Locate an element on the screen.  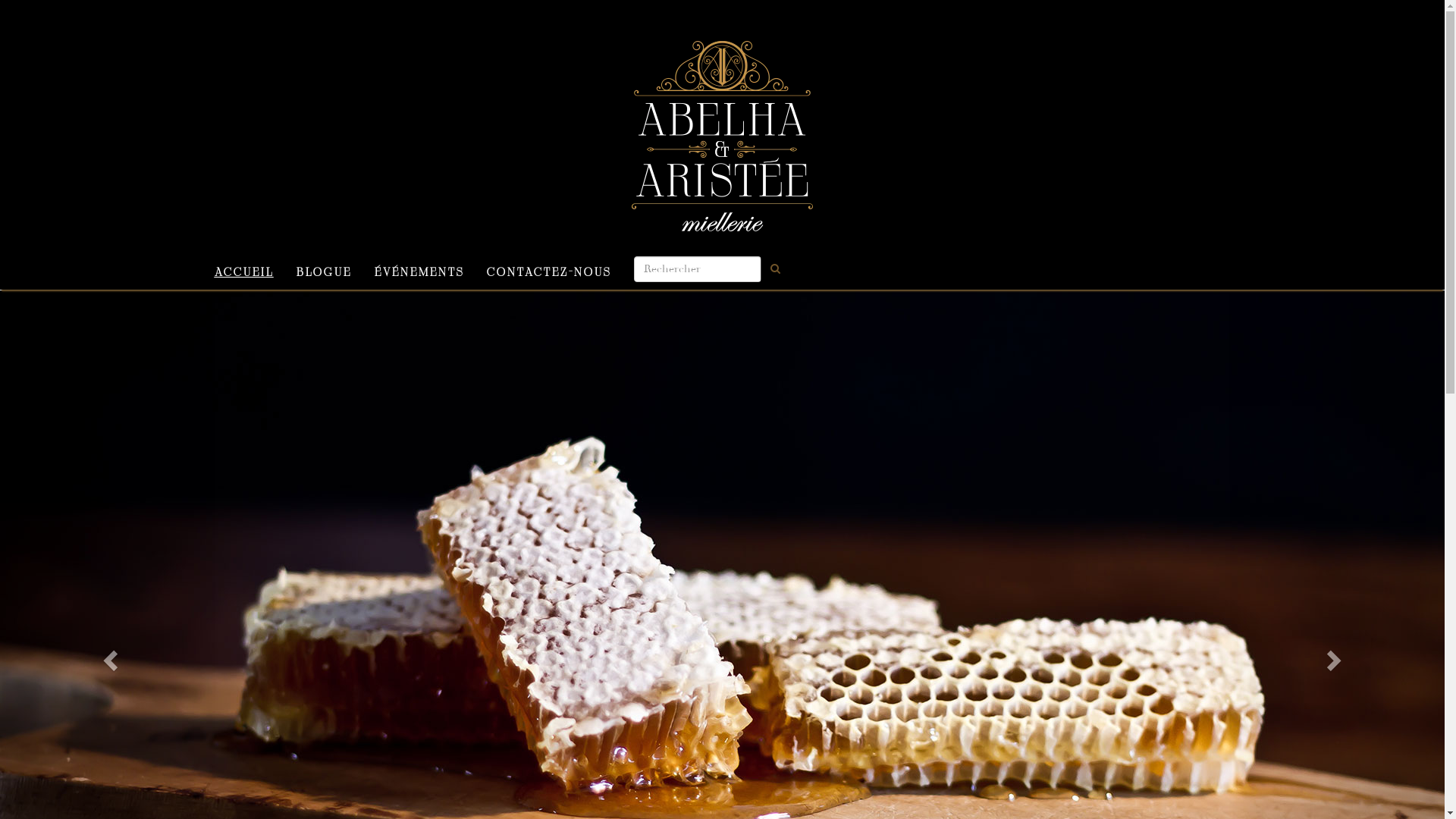
'CONTACTEZ-NOUS' is located at coordinates (548, 268).